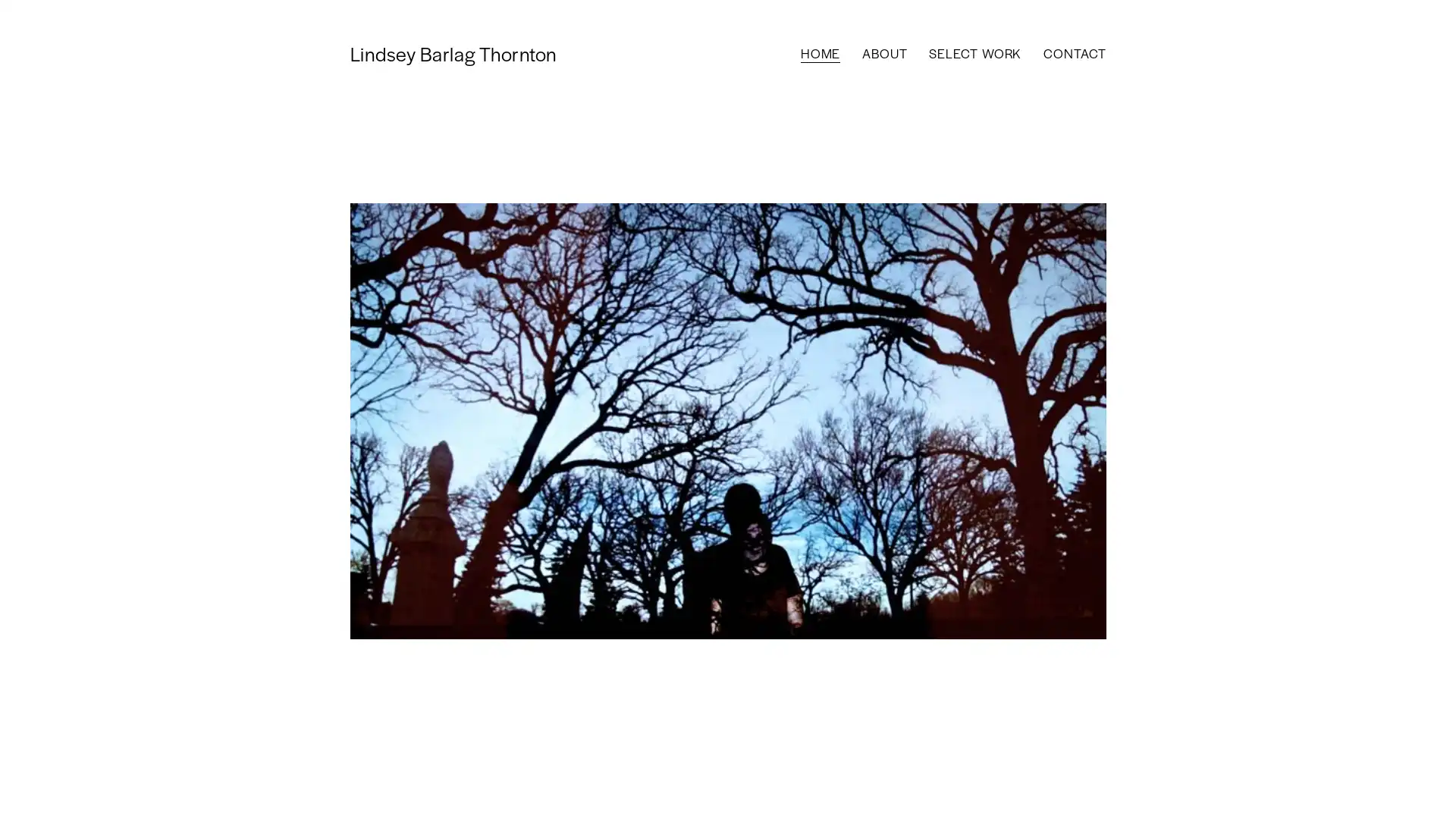 The width and height of the screenshot is (1456, 819). I want to click on View fullsize, so click(726, 421).